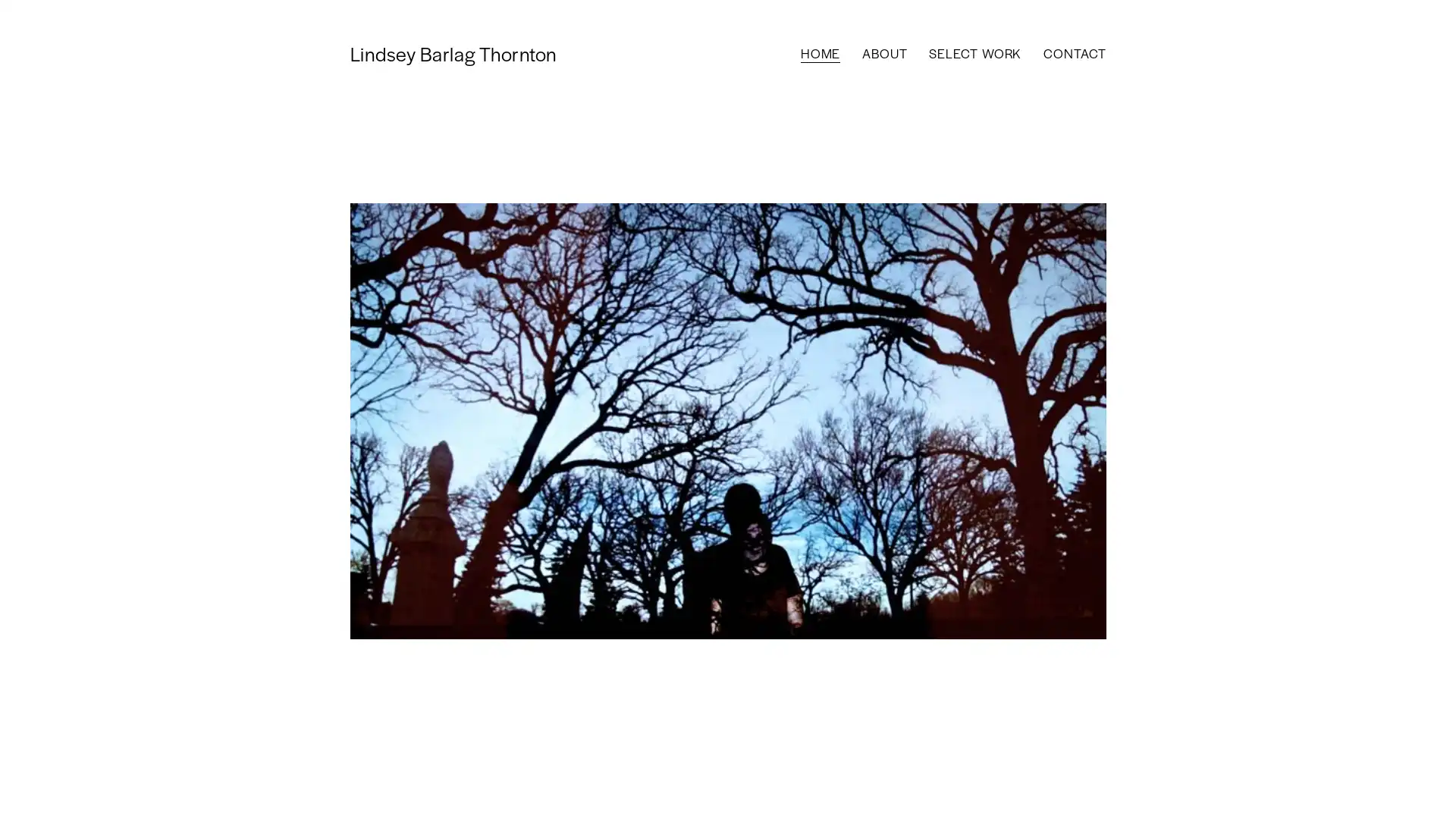 The width and height of the screenshot is (1456, 819). I want to click on View fullsize, so click(726, 421).